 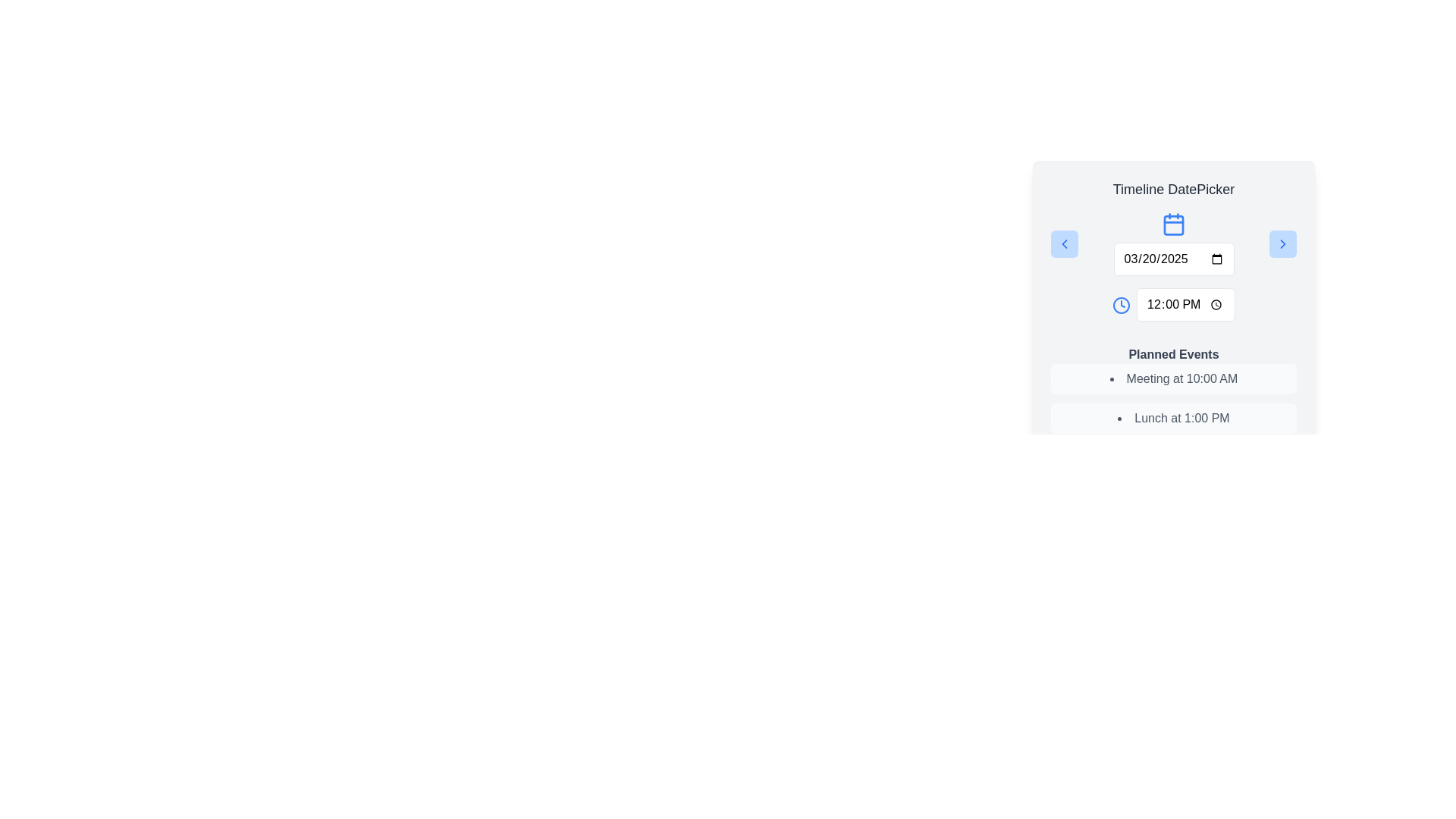 I want to click on the time field within the scheduler card to adjust the time, so click(x=1173, y=312).